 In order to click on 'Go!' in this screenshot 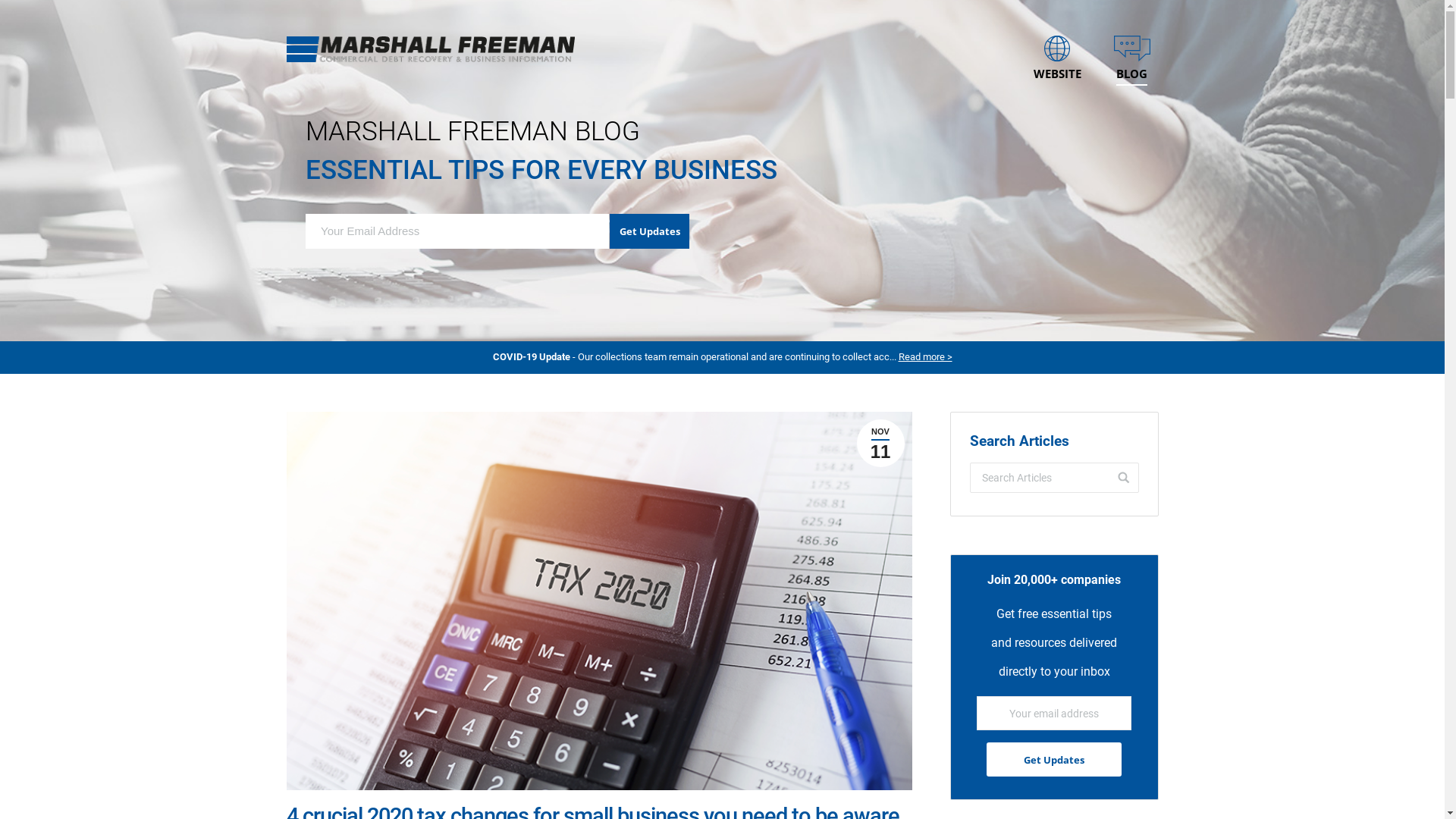, I will do `click(1106, 476)`.